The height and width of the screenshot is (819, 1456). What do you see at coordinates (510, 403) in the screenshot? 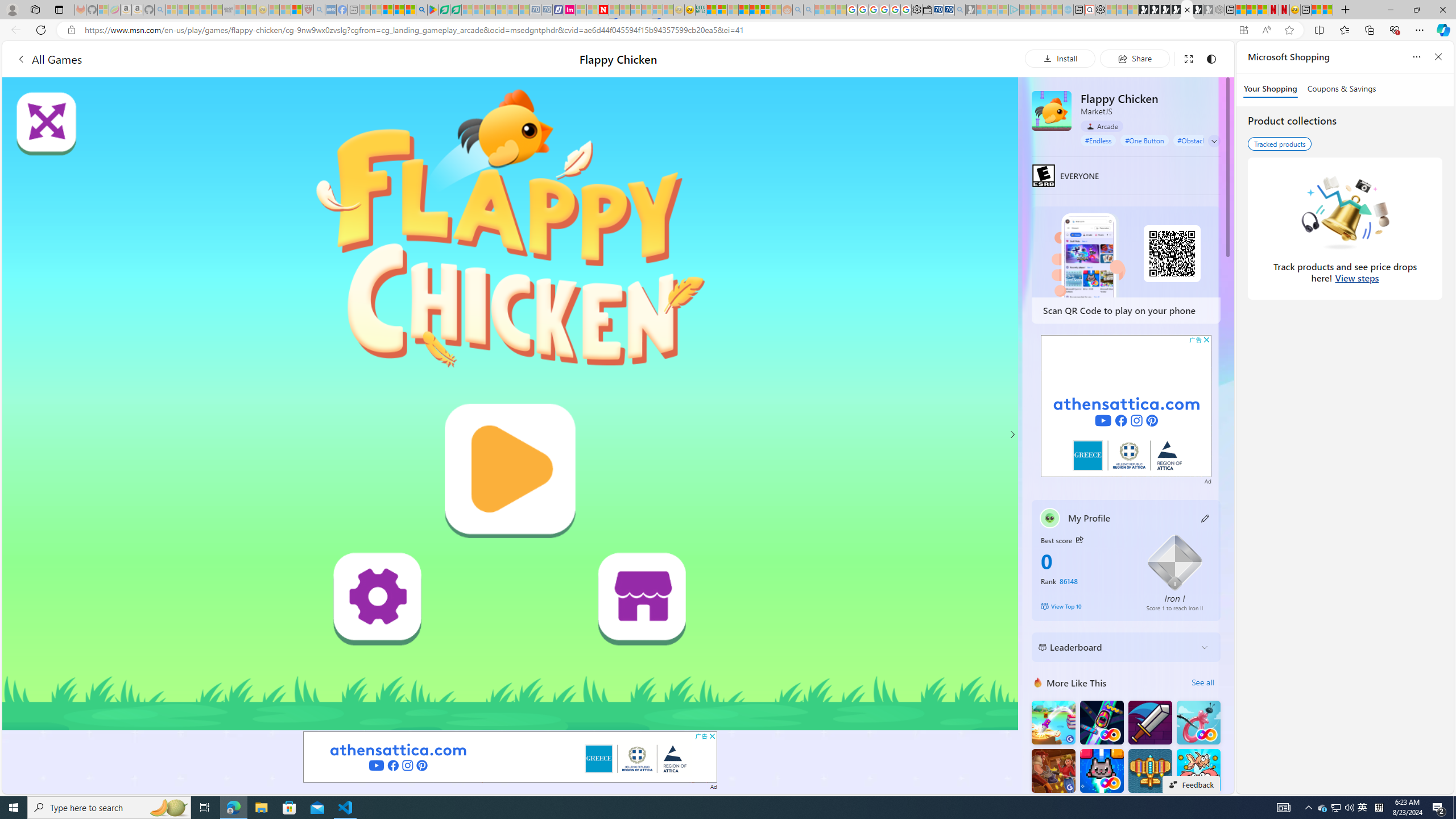
I see `'AutomationID: canvas'` at bounding box center [510, 403].